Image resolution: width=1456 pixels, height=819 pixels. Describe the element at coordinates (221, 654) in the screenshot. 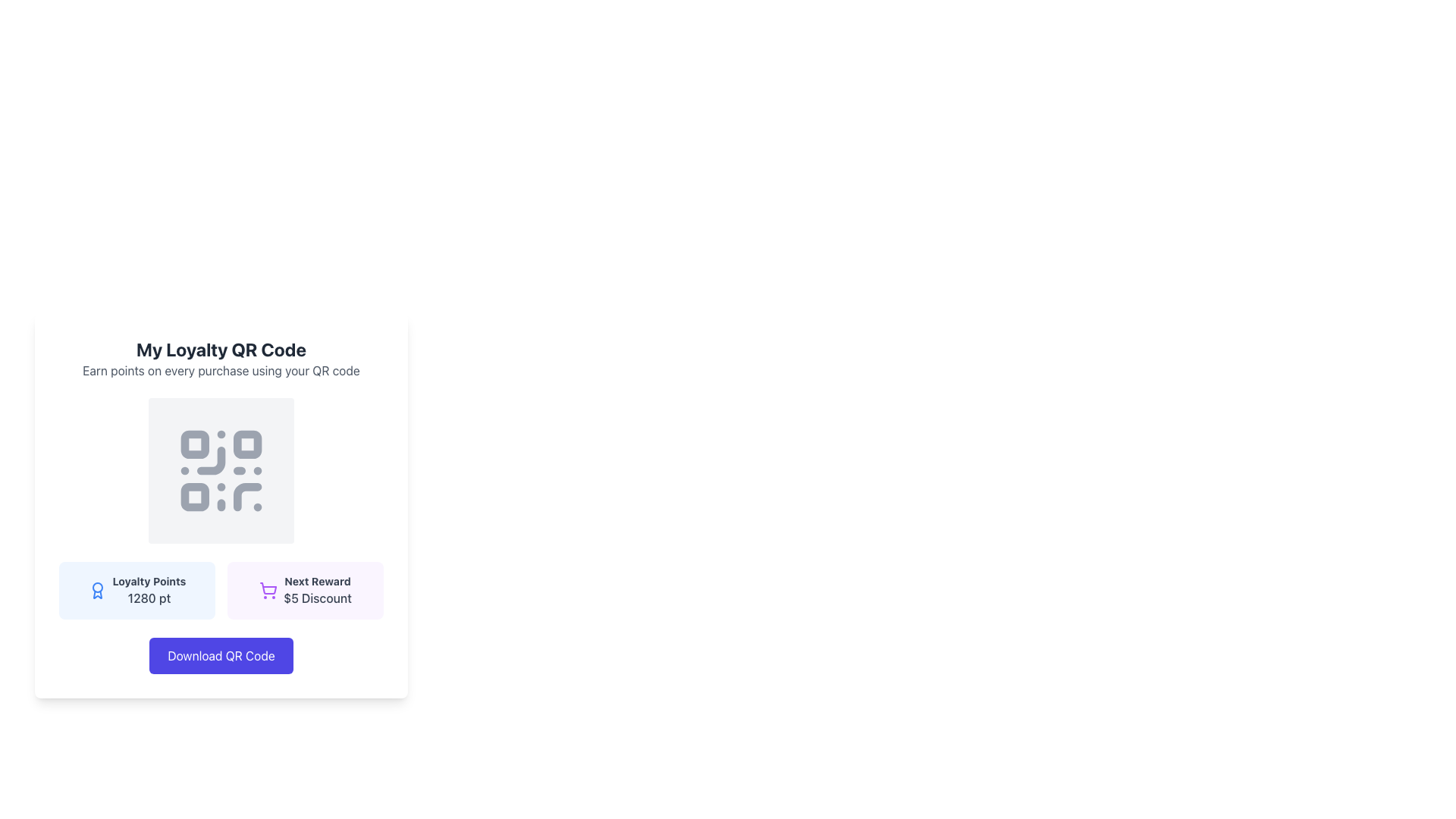

I see `the download QR code button located at the bottom of the card layout` at that location.